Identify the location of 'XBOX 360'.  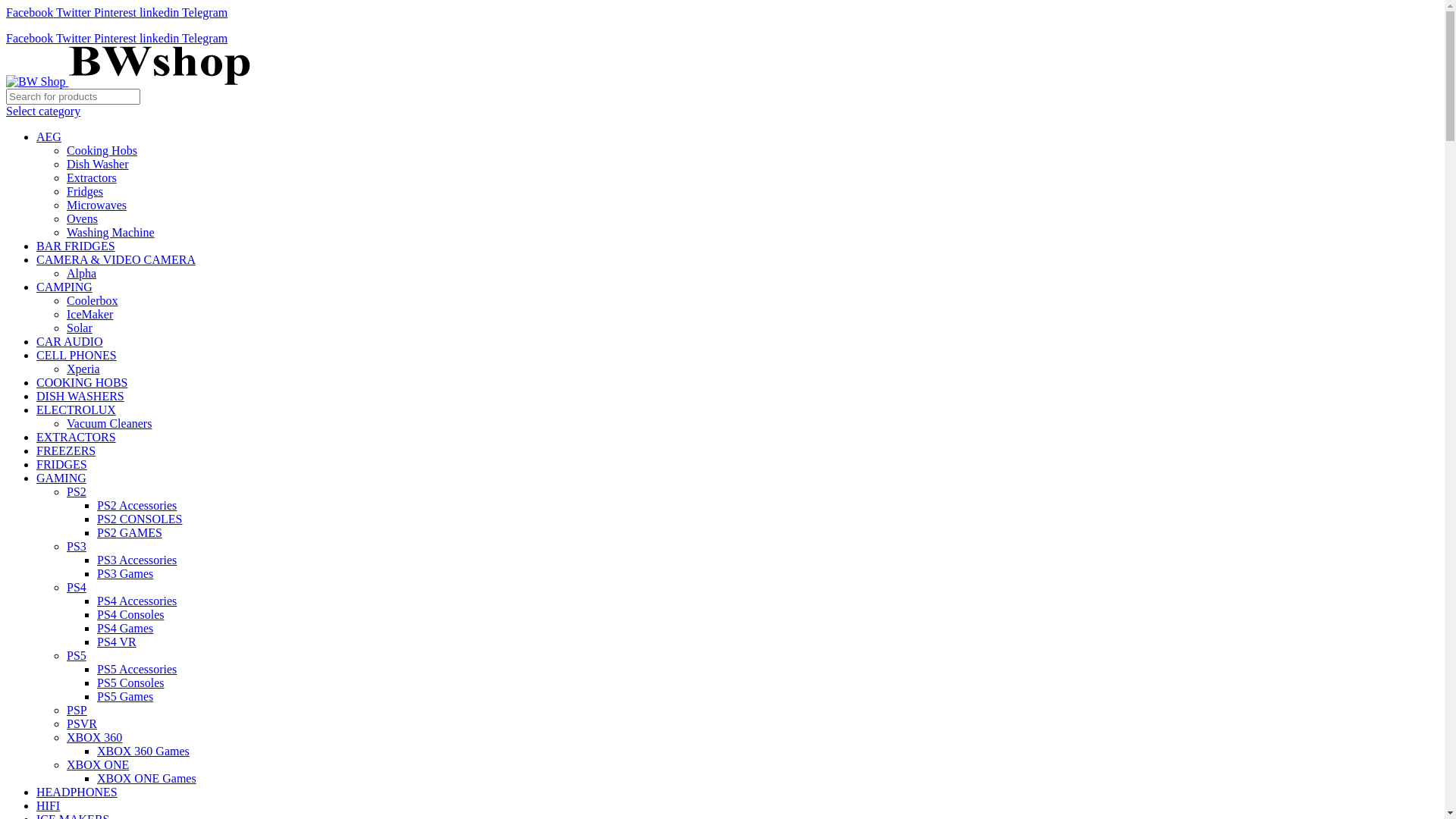
(65, 736).